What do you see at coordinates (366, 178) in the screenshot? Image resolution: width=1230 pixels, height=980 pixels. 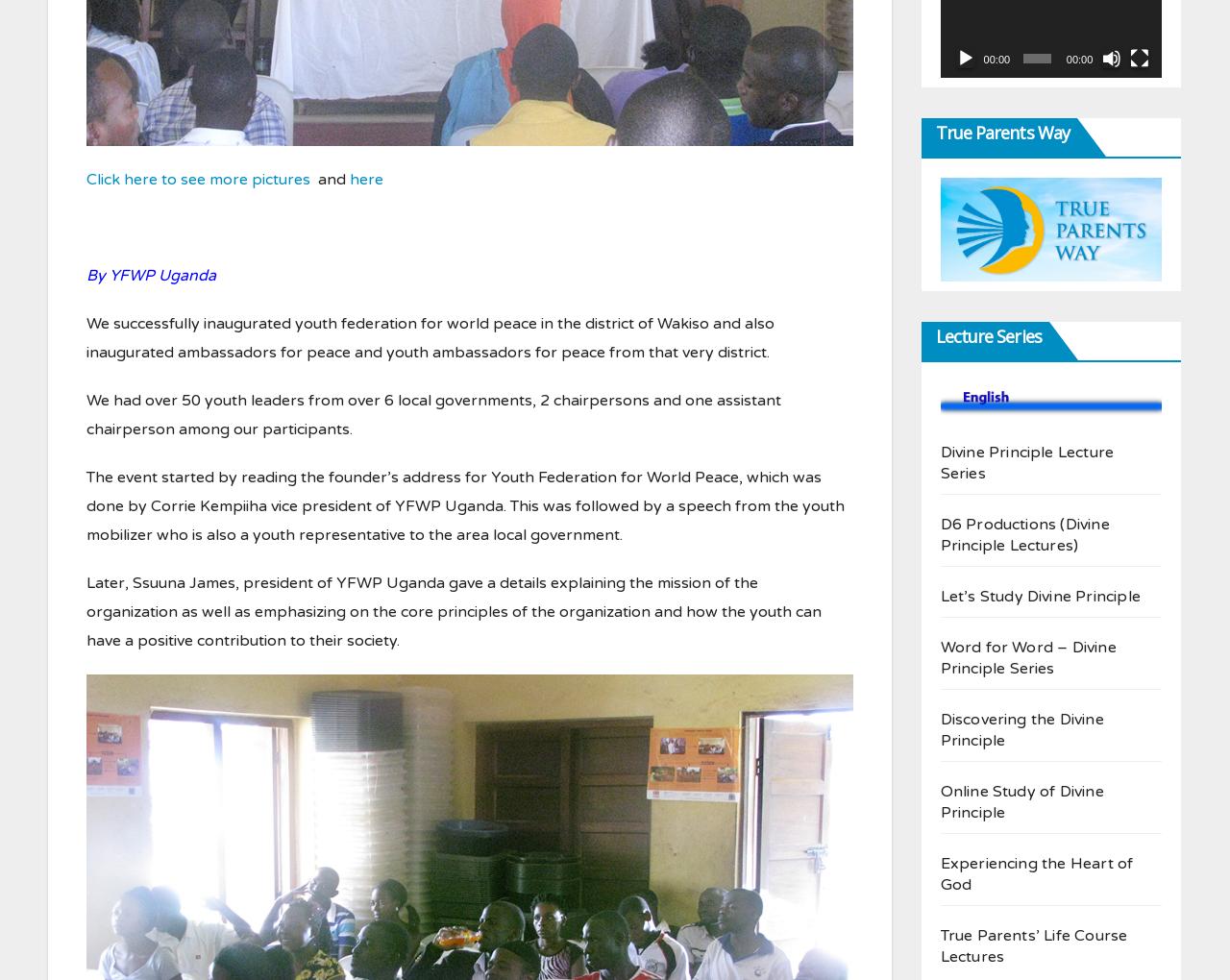 I see `'here'` at bounding box center [366, 178].